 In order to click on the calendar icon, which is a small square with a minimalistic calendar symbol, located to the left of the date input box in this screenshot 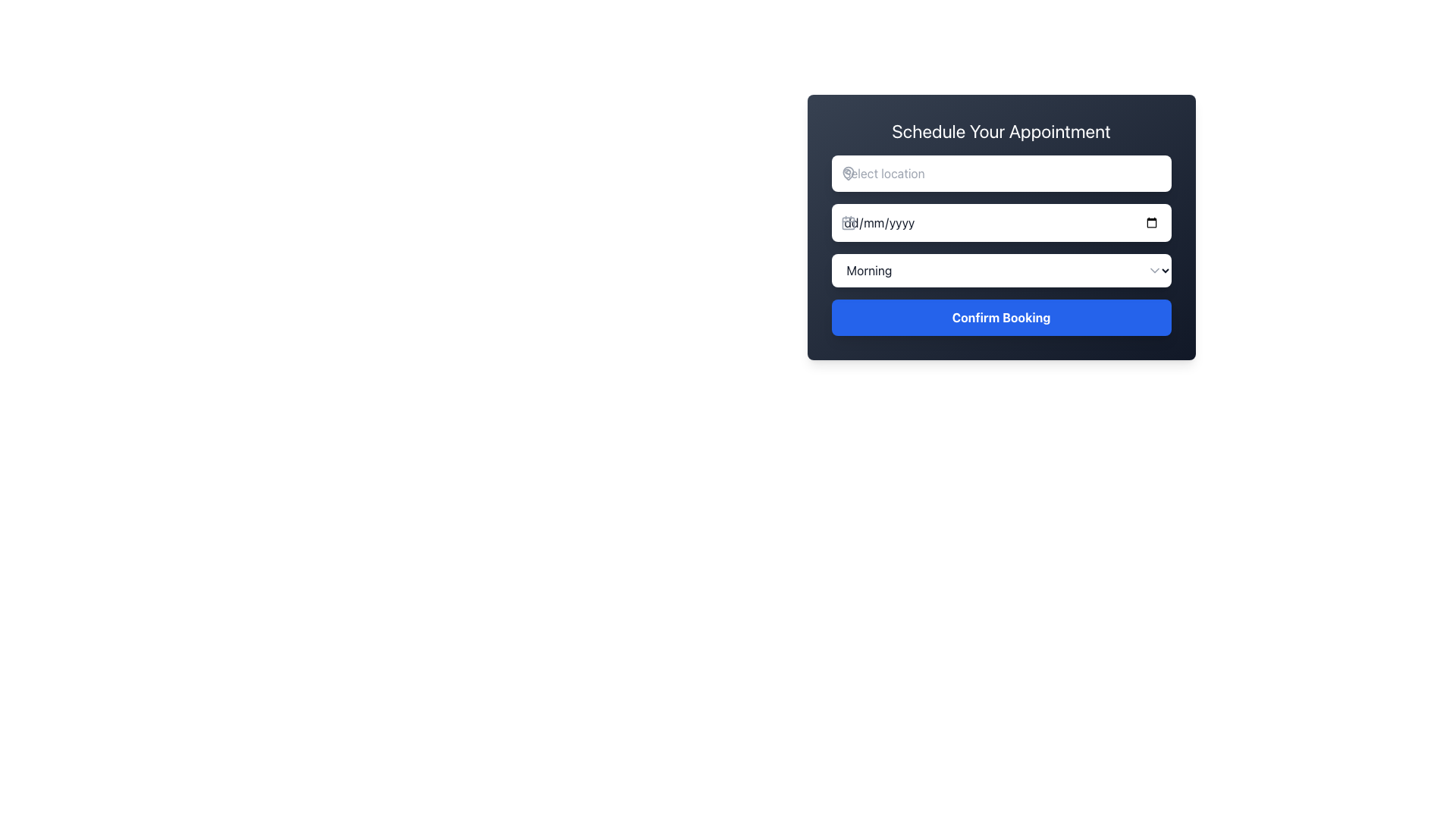, I will do `click(847, 222)`.